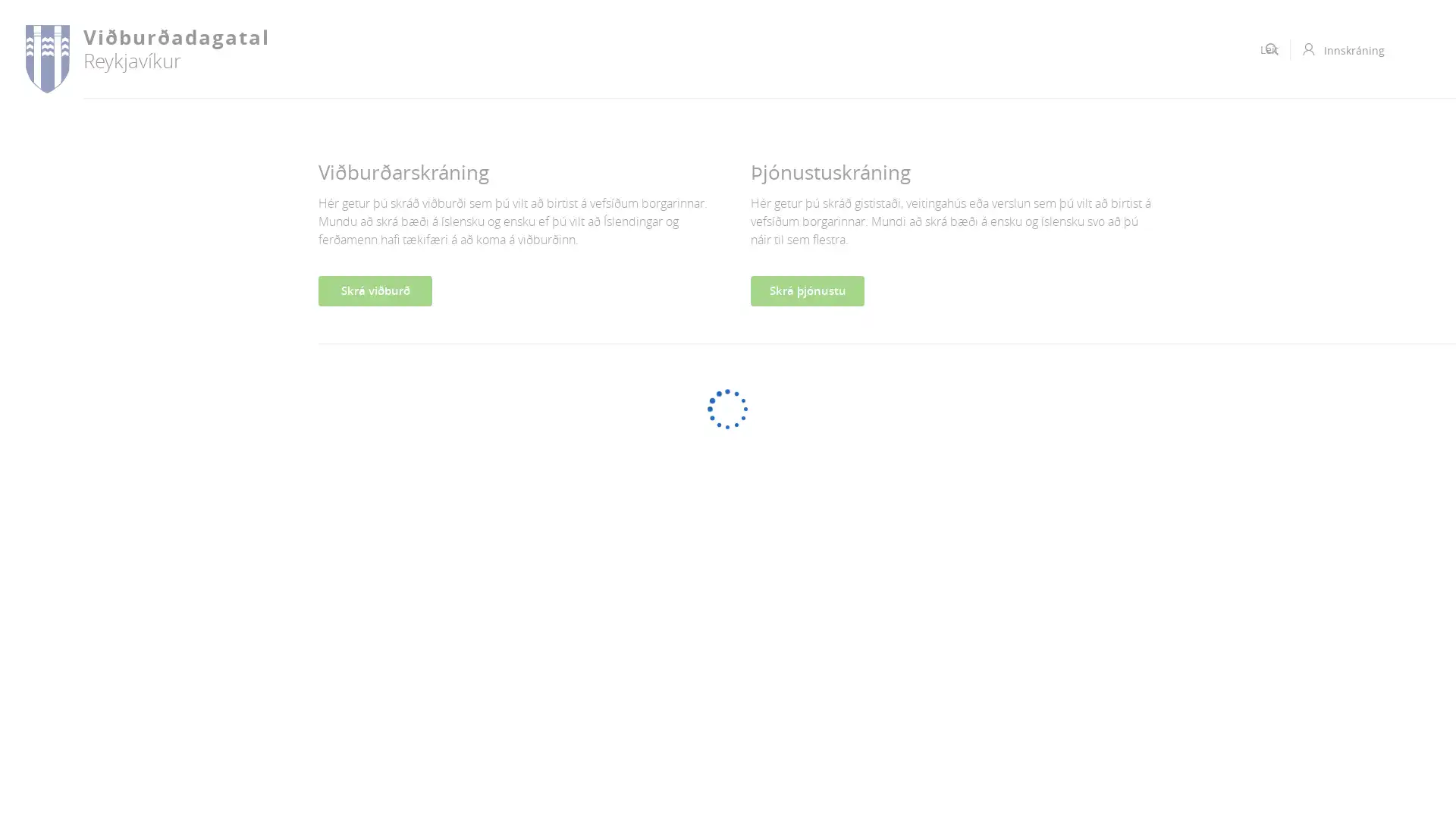  I want to click on Skra vibur, so click(375, 291).